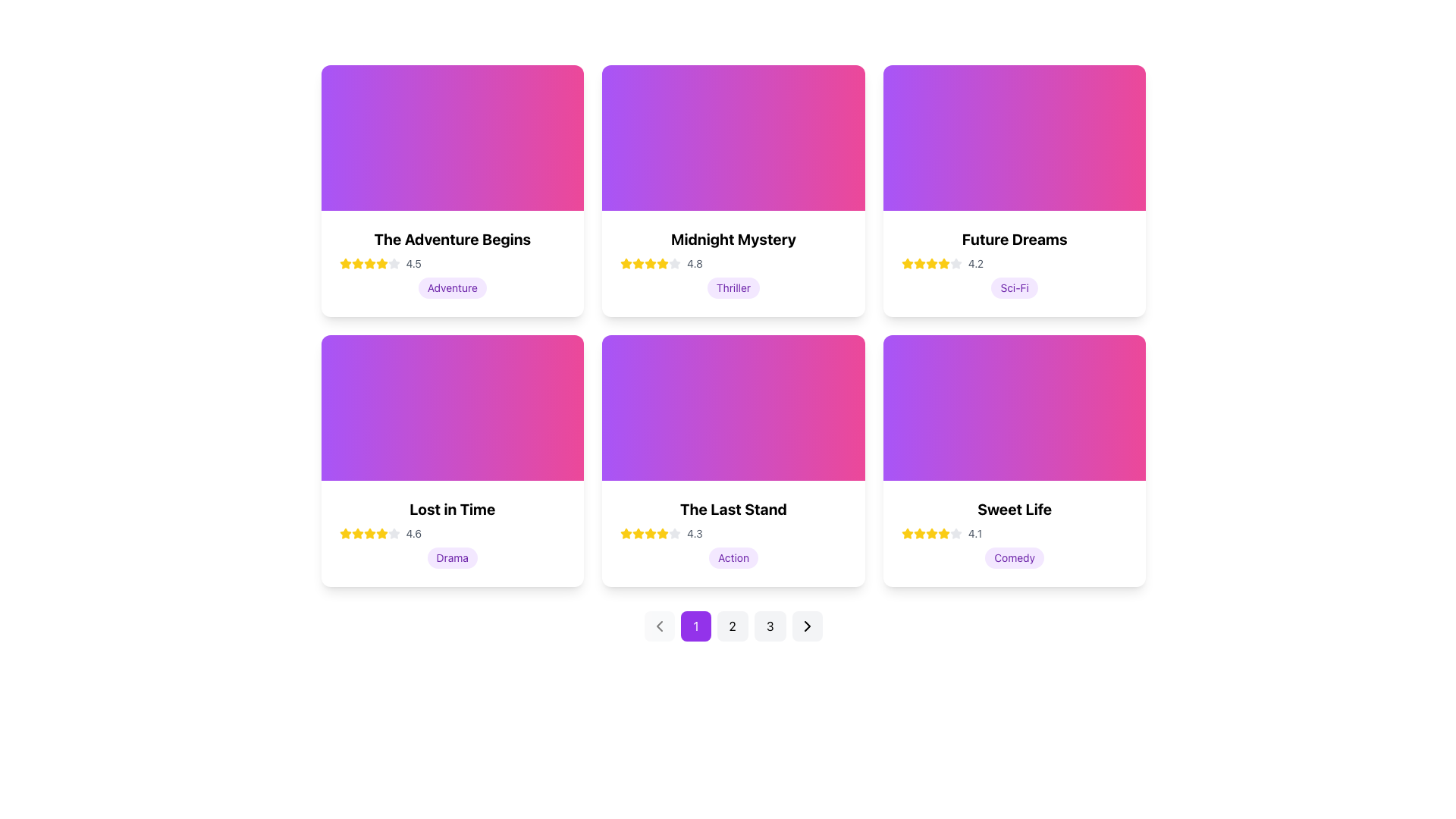 Image resolution: width=1456 pixels, height=819 pixels. I want to click on the second yellow star-shaped rating icon located in the rating area of the first card in the top-left section of the layout, so click(369, 262).